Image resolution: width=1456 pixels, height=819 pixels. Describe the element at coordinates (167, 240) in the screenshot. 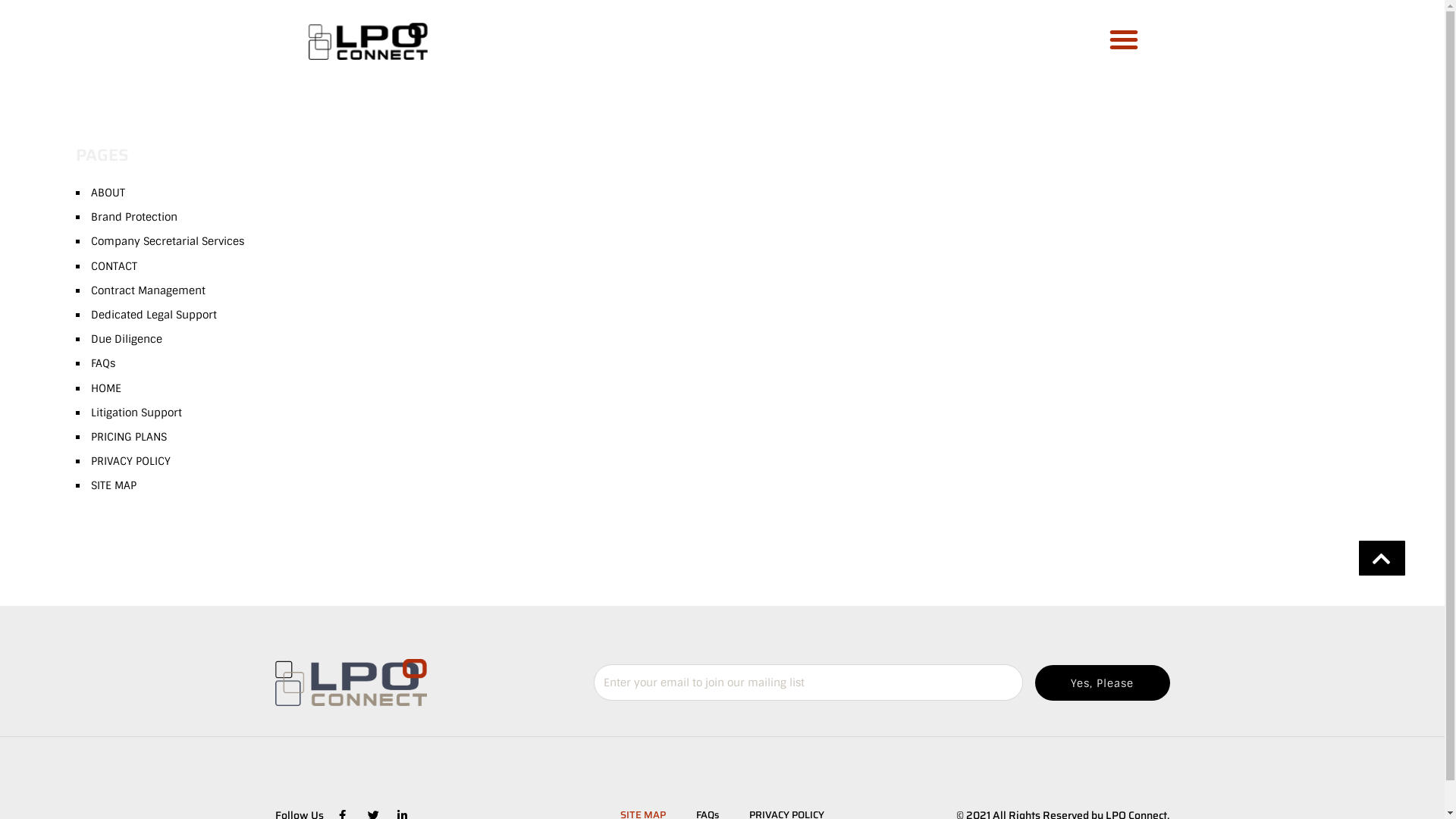

I see `'Company Secretarial Services'` at that location.